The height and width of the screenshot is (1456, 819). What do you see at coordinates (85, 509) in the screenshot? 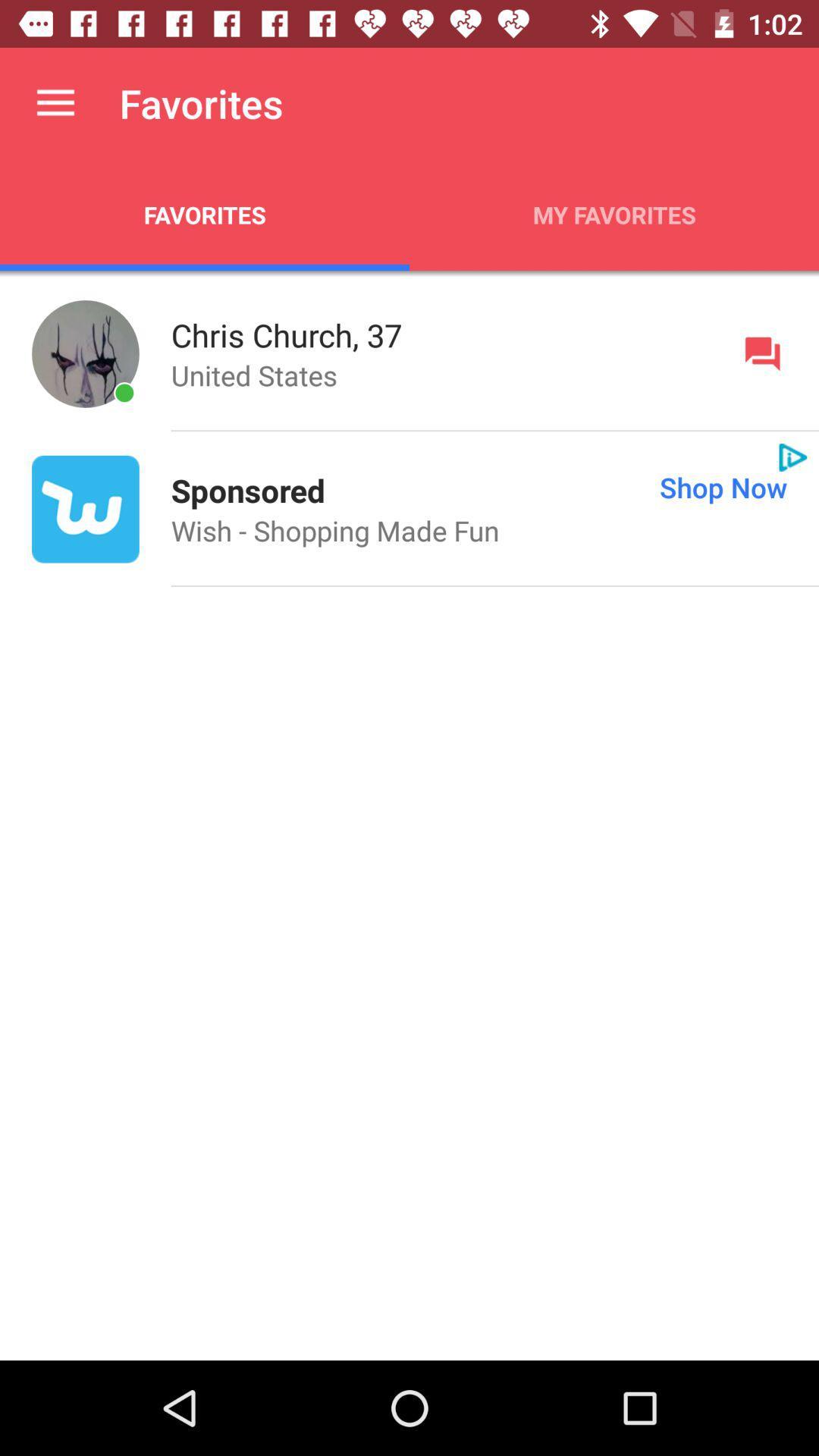
I see `the icon to the left of sponsored icon` at bounding box center [85, 509].